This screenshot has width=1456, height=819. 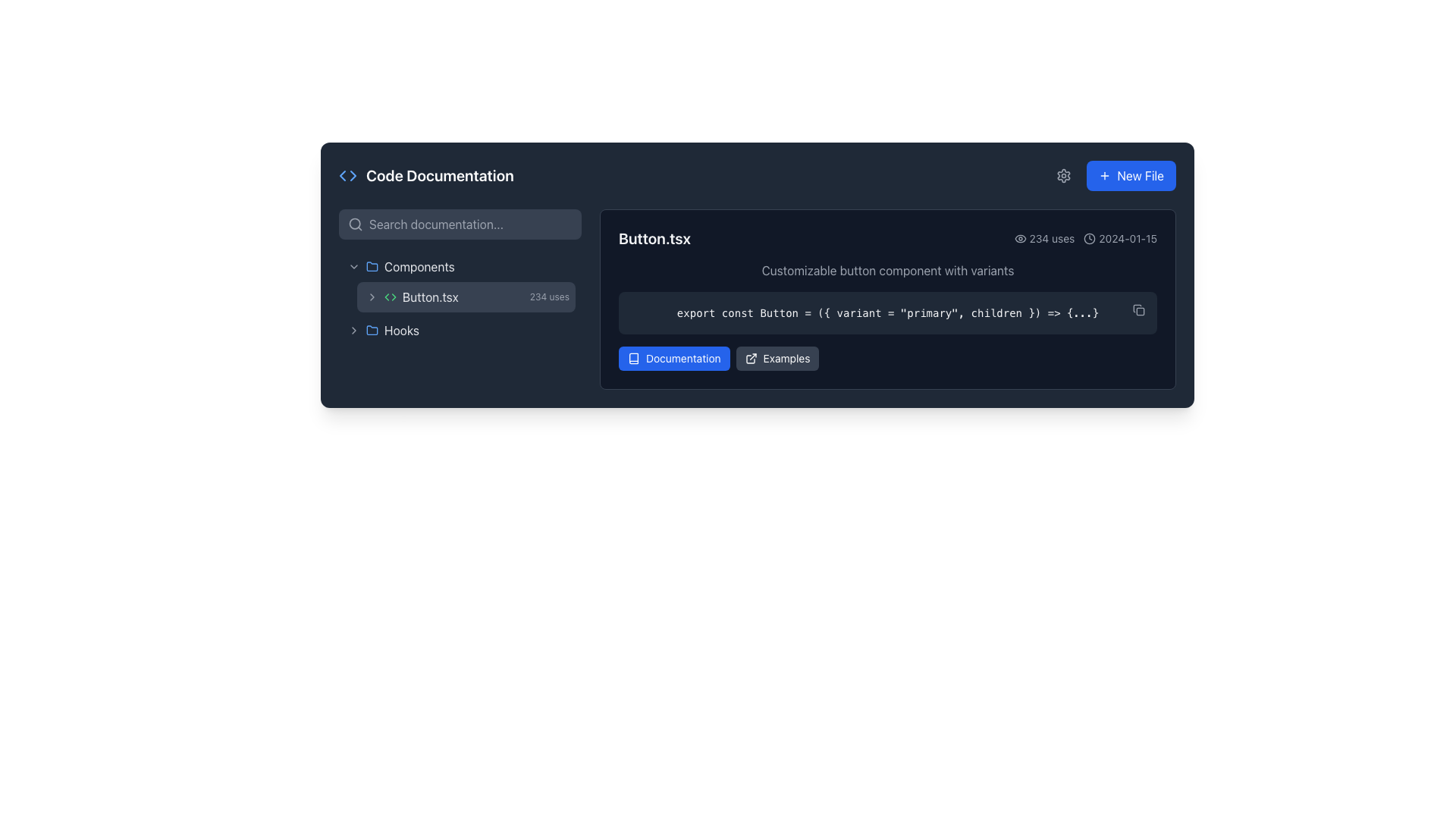 I want to click on the navigation list item for the 'Button.tsx' component located, so click(x=459, y=299).